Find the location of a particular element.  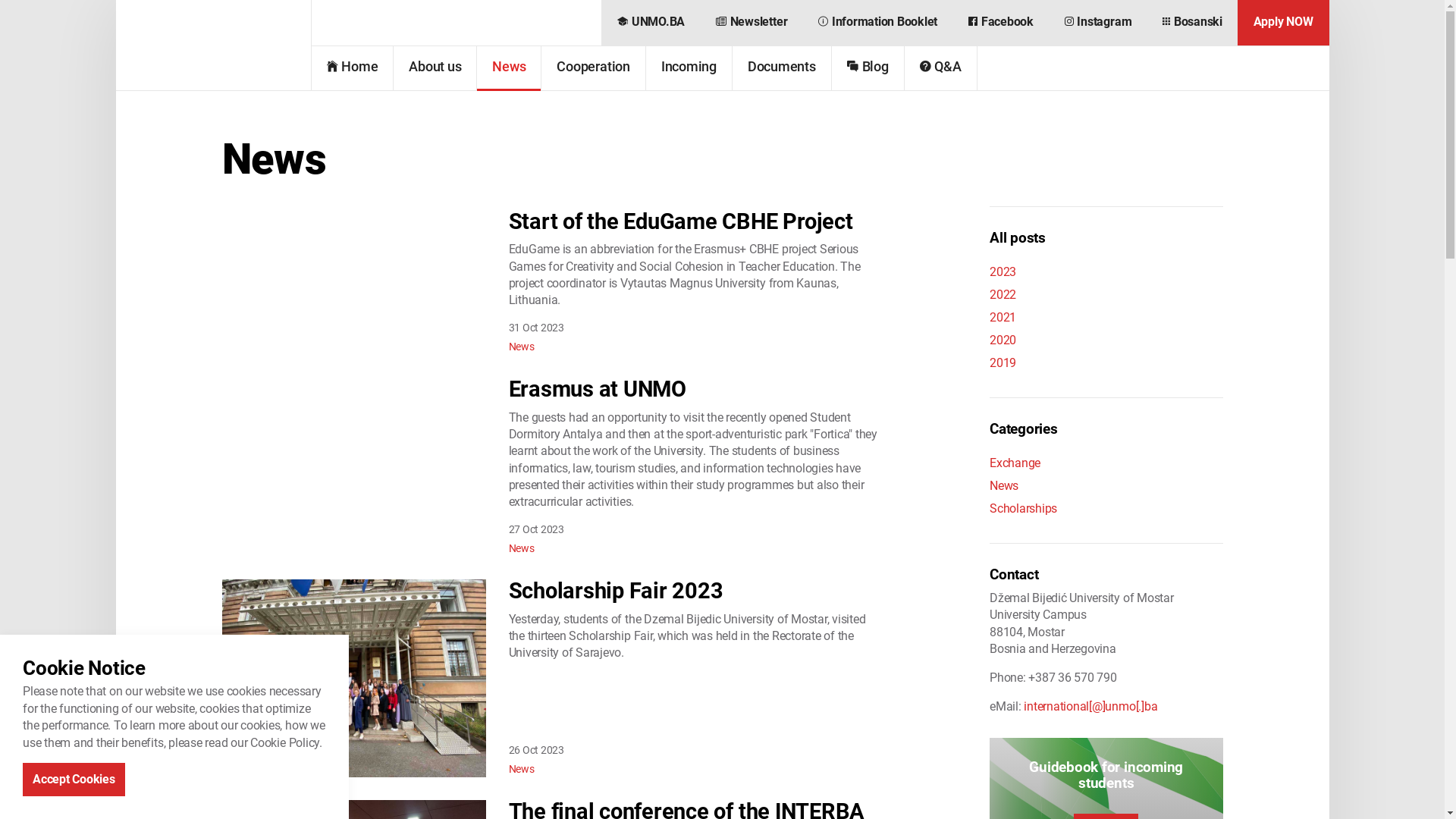

'Instagram' is located at coordinates (1098, 23).